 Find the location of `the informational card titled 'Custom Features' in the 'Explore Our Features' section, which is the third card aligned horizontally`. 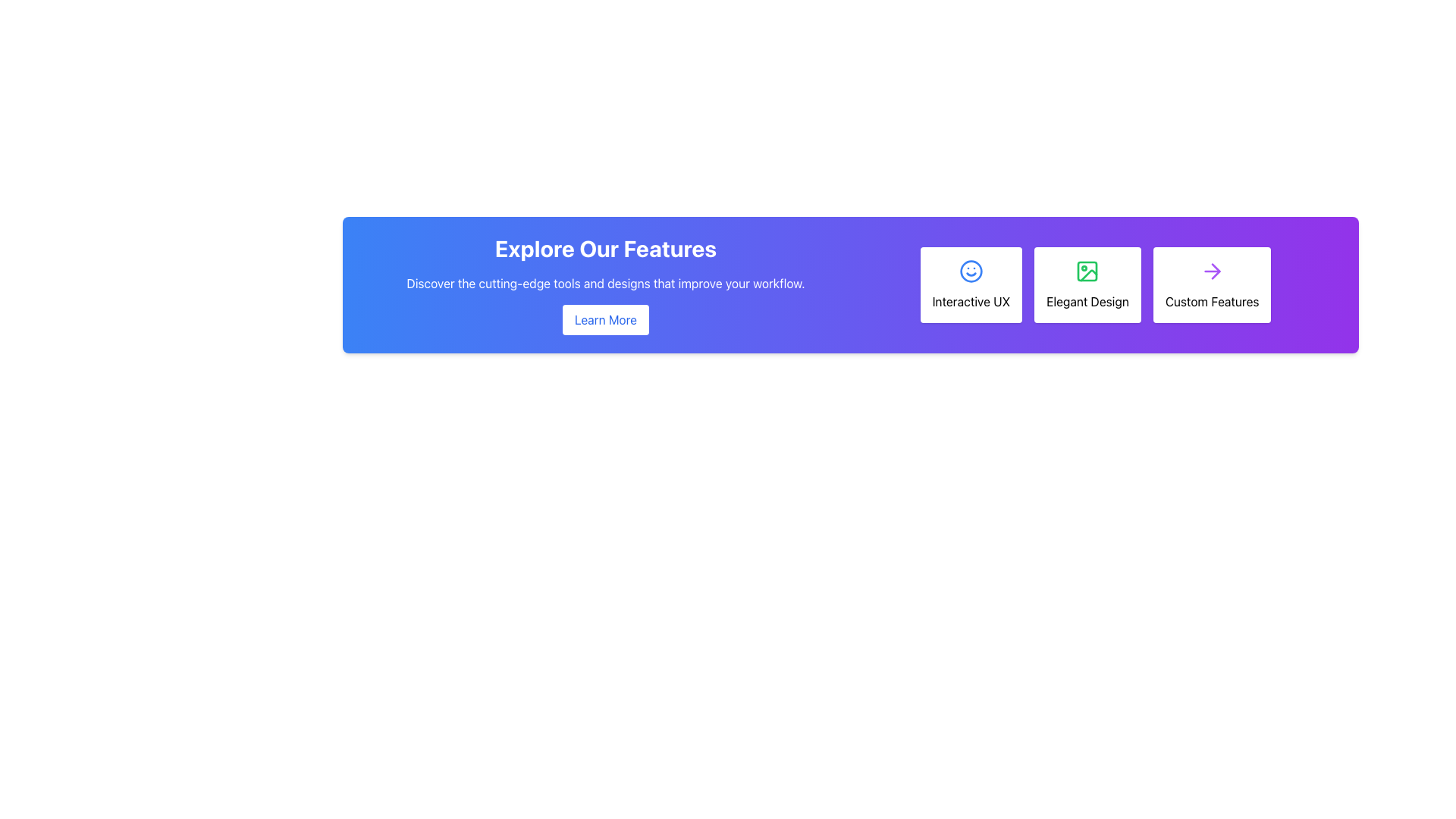

the informational card titled 'Custom Features' in the 'Explore Our Features' section, which is the third card aligned horizontally is located at coordinates (1211, 284).